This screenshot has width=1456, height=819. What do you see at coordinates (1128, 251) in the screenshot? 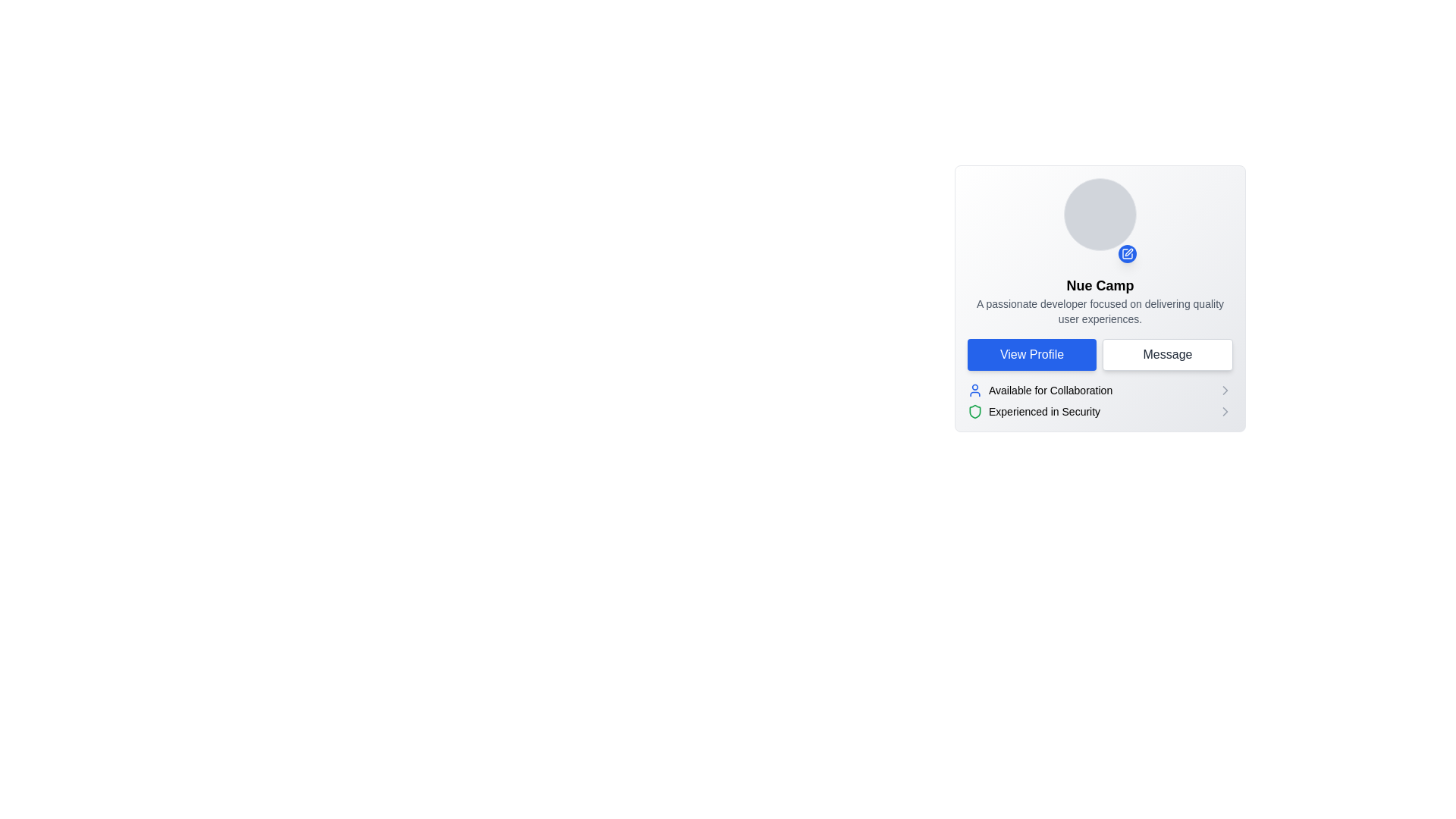
I see `the pen icon located in the top-right corner of the profile image, which features a minimalist design within a square outline` at bounding box center [1128, 251].